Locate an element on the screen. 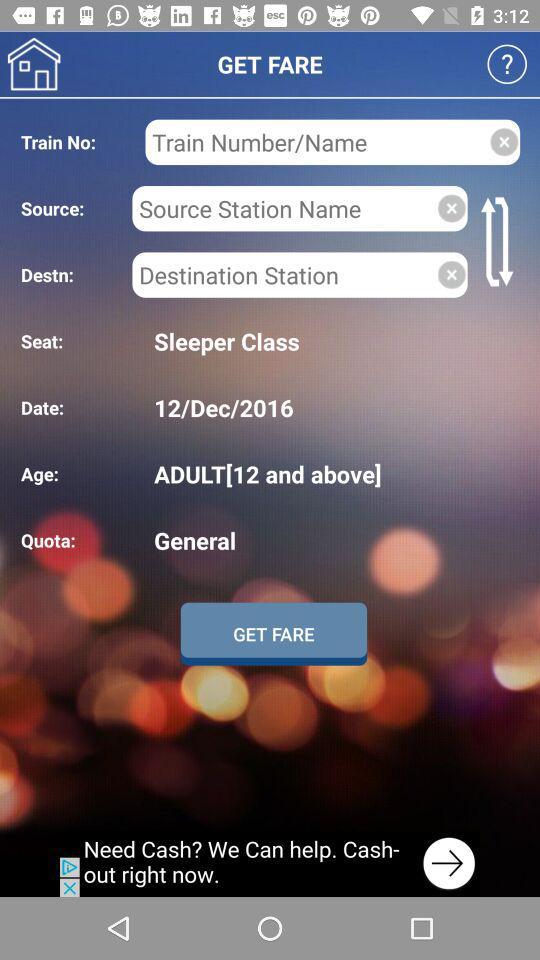 This screenshot has width=540, height=960. click close icon is located at coordinates (451, 208).